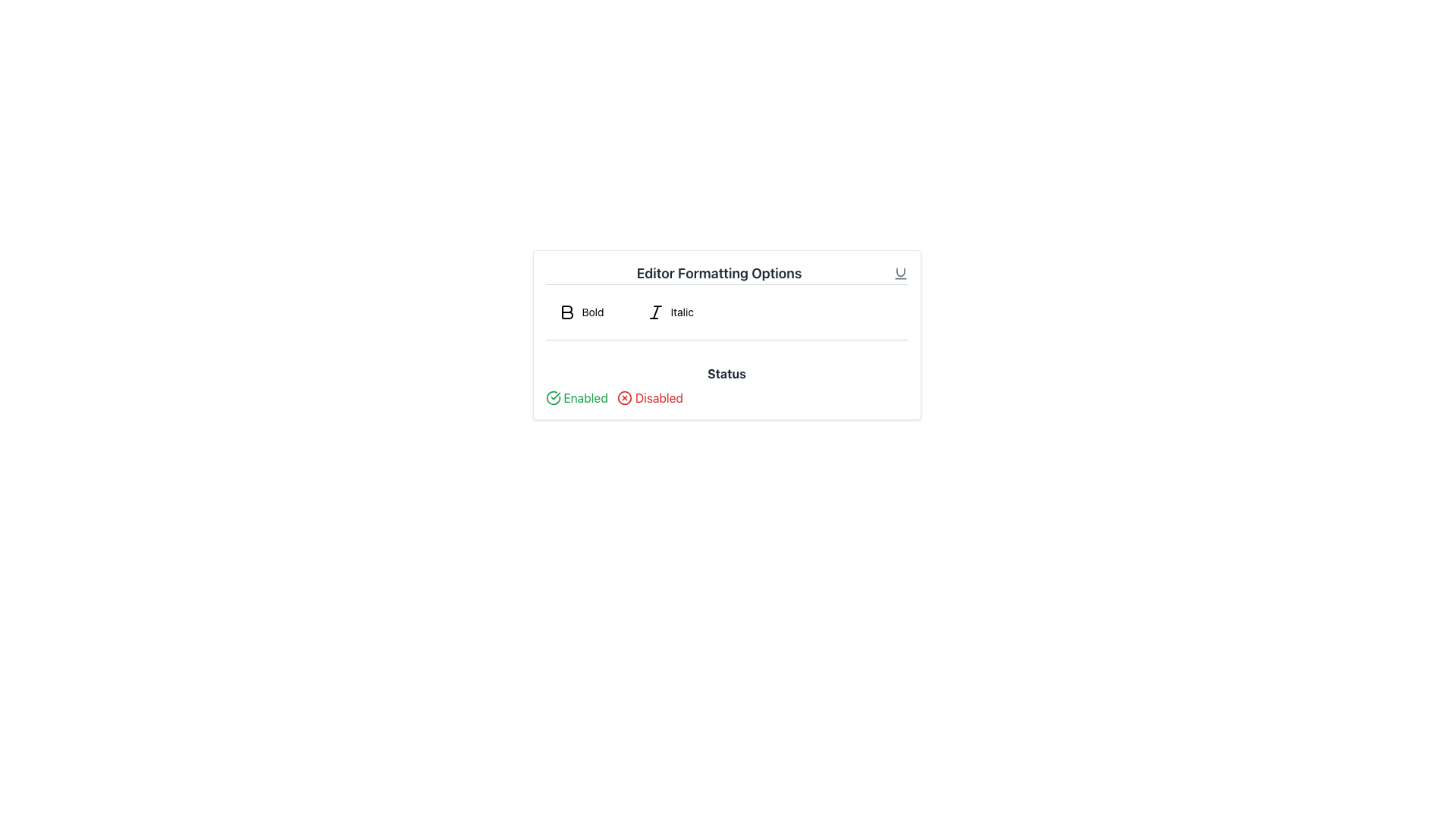 The height and width of the screenshot is (819, 1456). I want to click on the text label that describes the bold formatting option, so click(592, 312).